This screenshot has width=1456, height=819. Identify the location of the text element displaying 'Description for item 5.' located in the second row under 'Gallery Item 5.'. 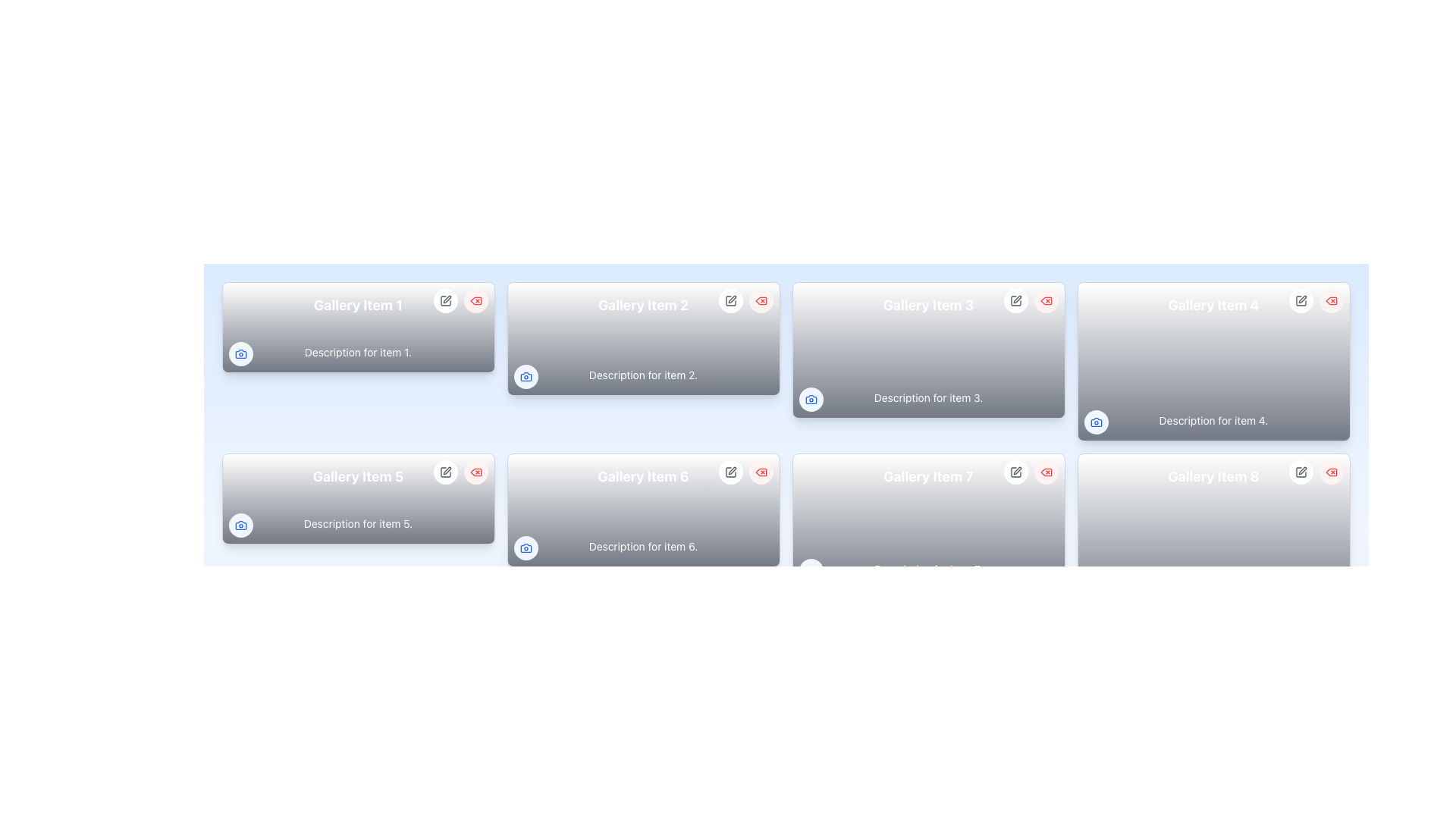
(357, 522).